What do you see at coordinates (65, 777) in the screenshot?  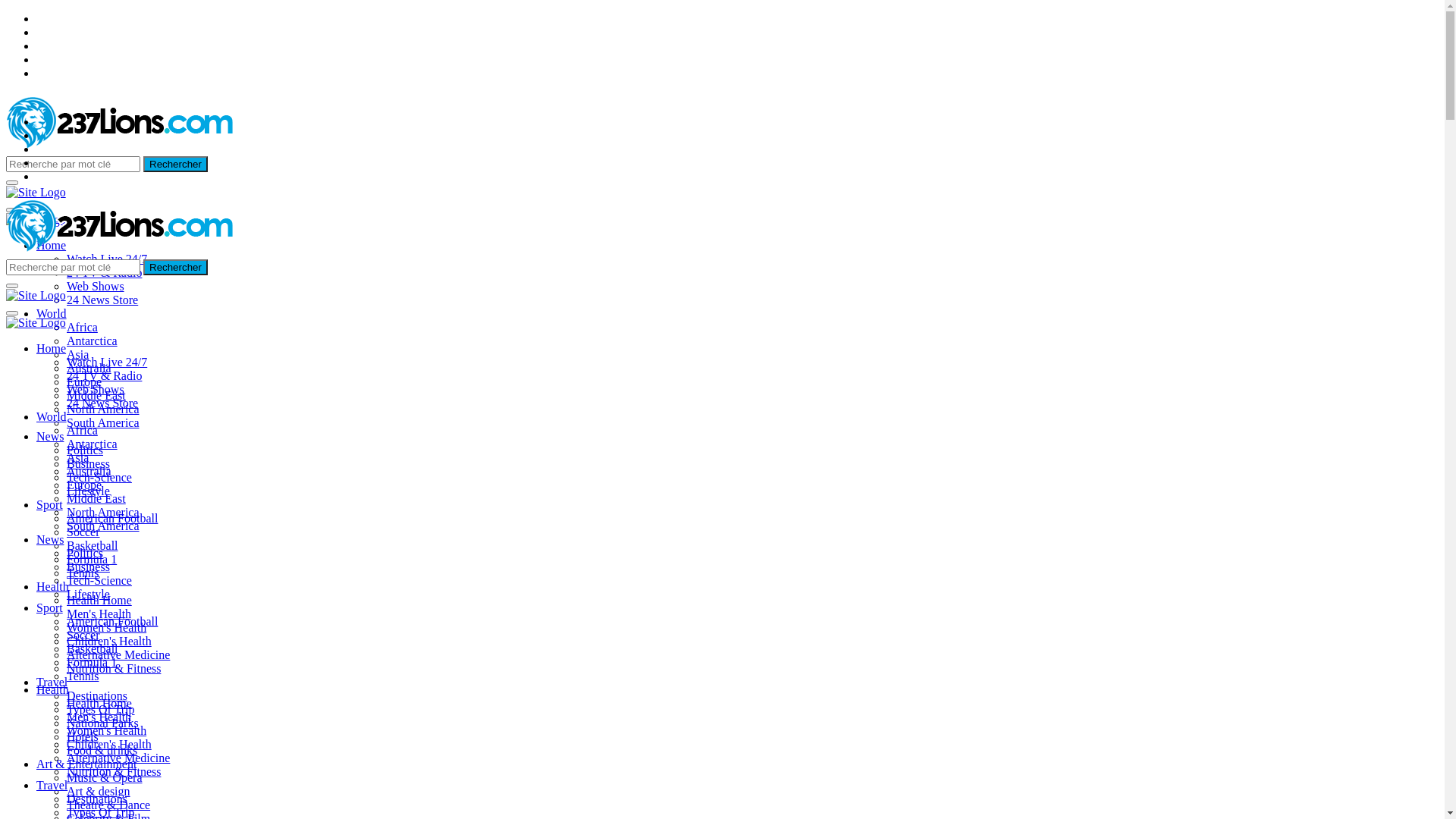 I see `'Music & Opera'` at bounding box center [65, 777].